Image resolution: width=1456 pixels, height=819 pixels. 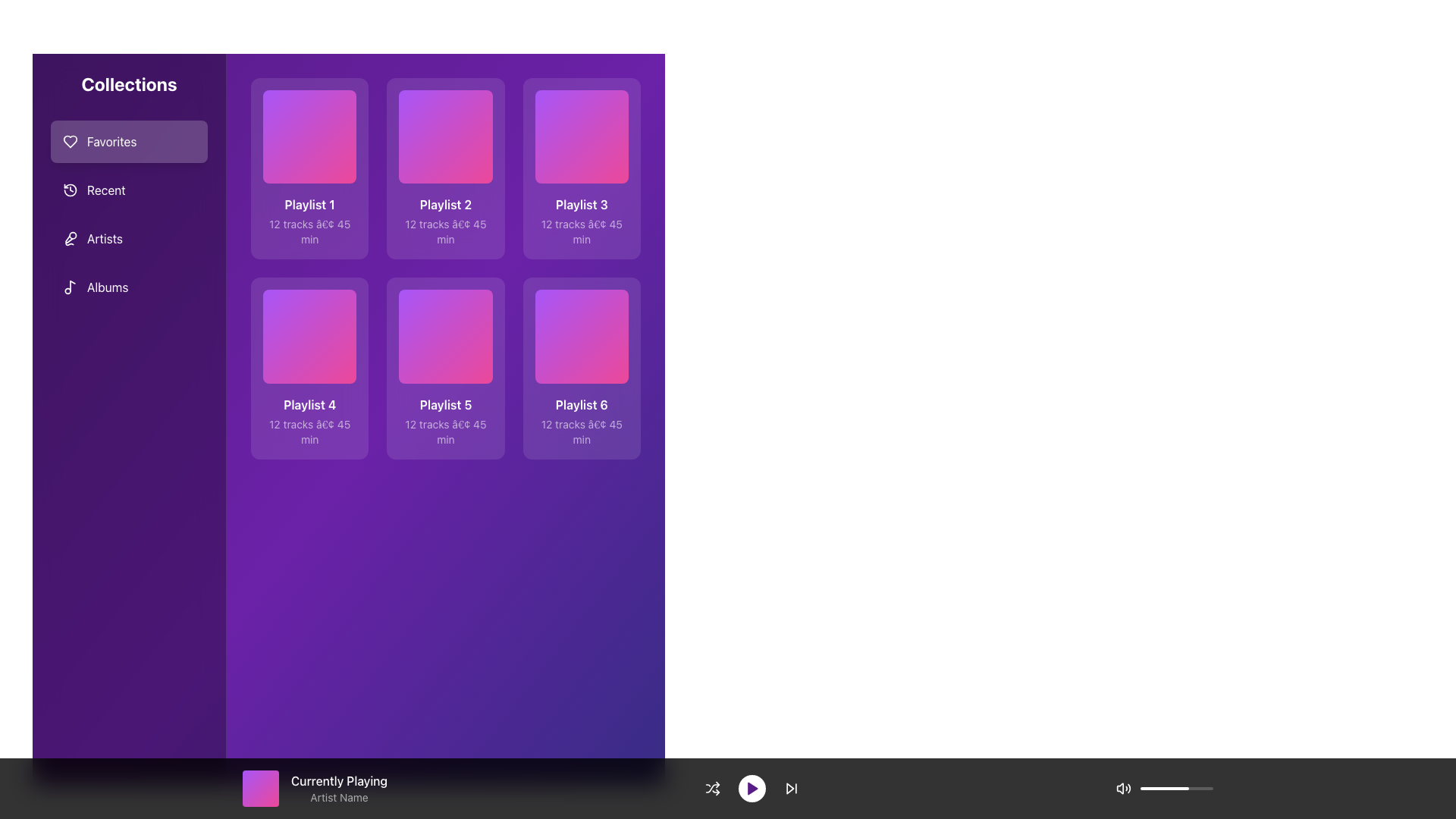 I want to click on the 'Artists' navigation link, the third item in the navigation menu under the 'Collections' header, so click(x=104, y=239).